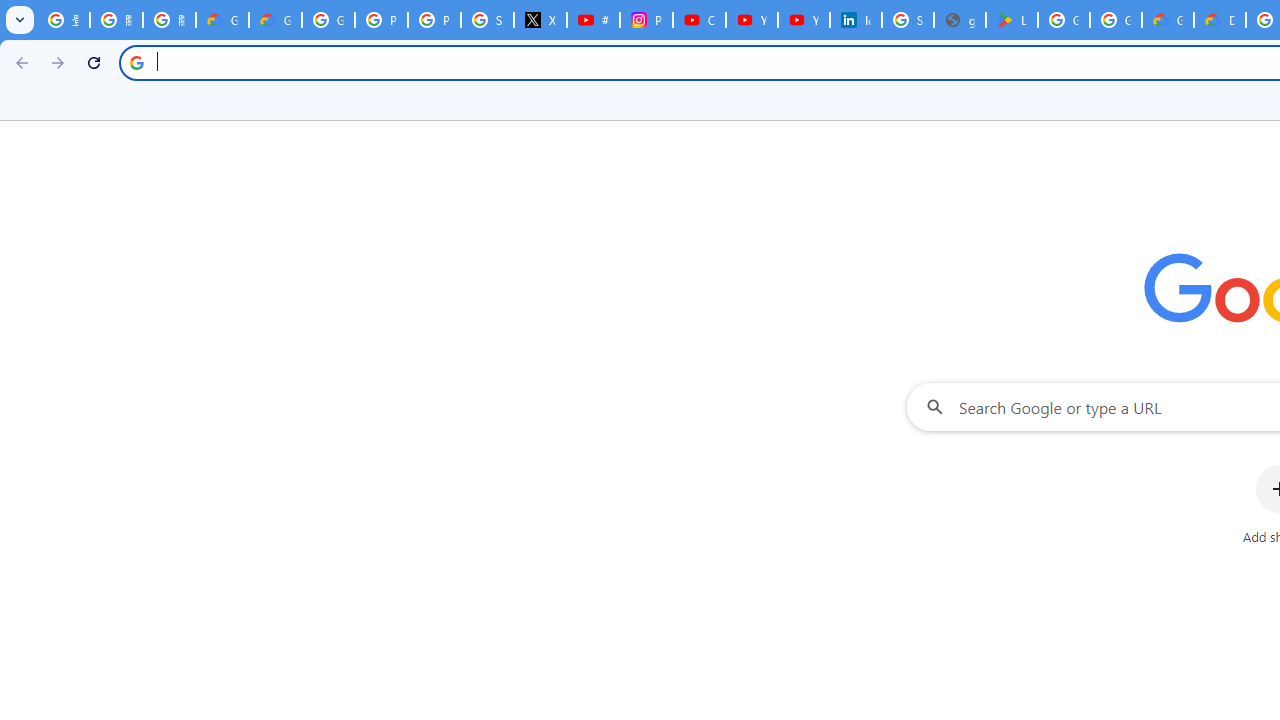  I want to click on 'Google Cloud Privacy Notice', so click(274, 20).